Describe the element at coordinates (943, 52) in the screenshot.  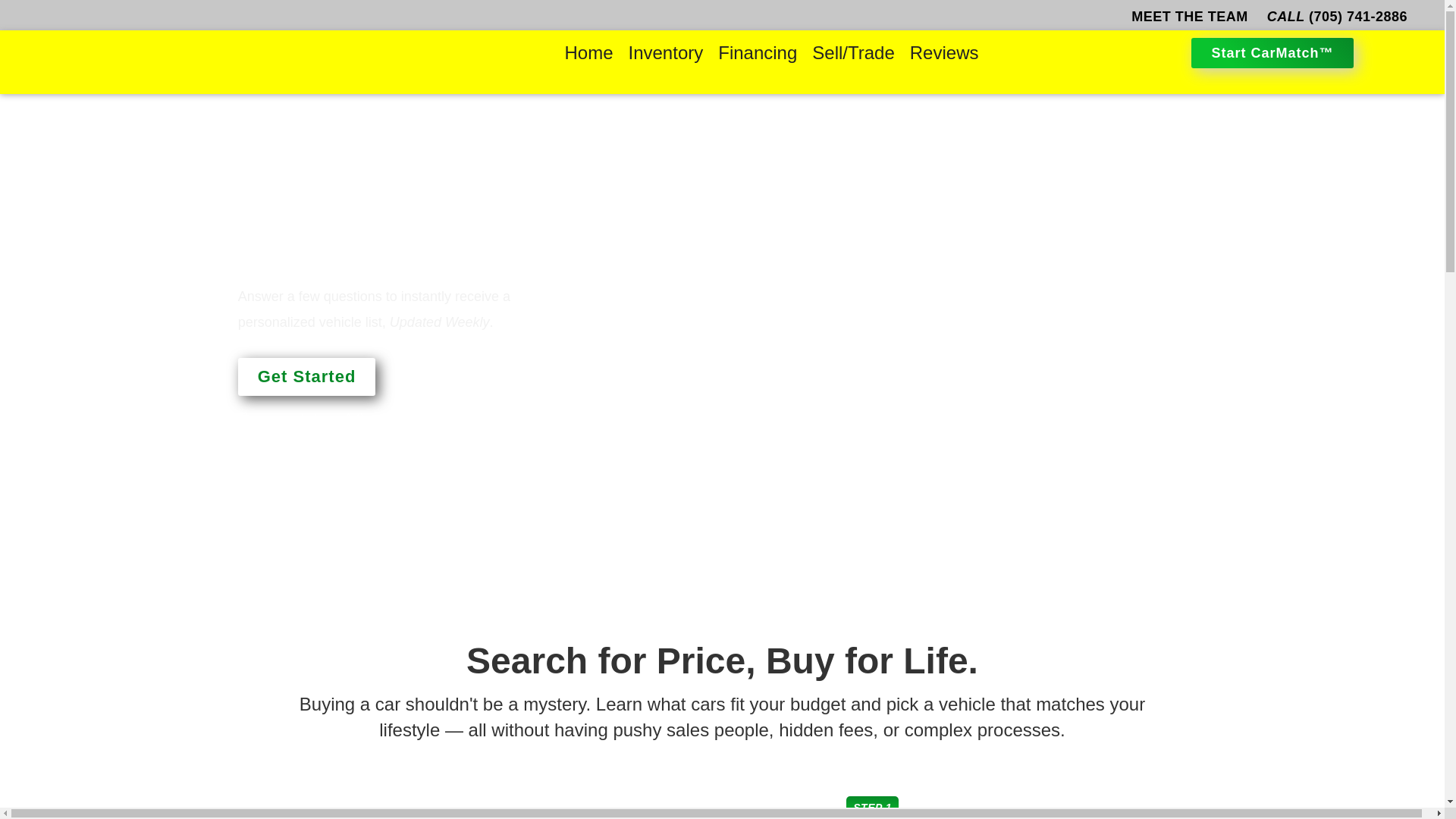
I see `'Reviews'` at that location.